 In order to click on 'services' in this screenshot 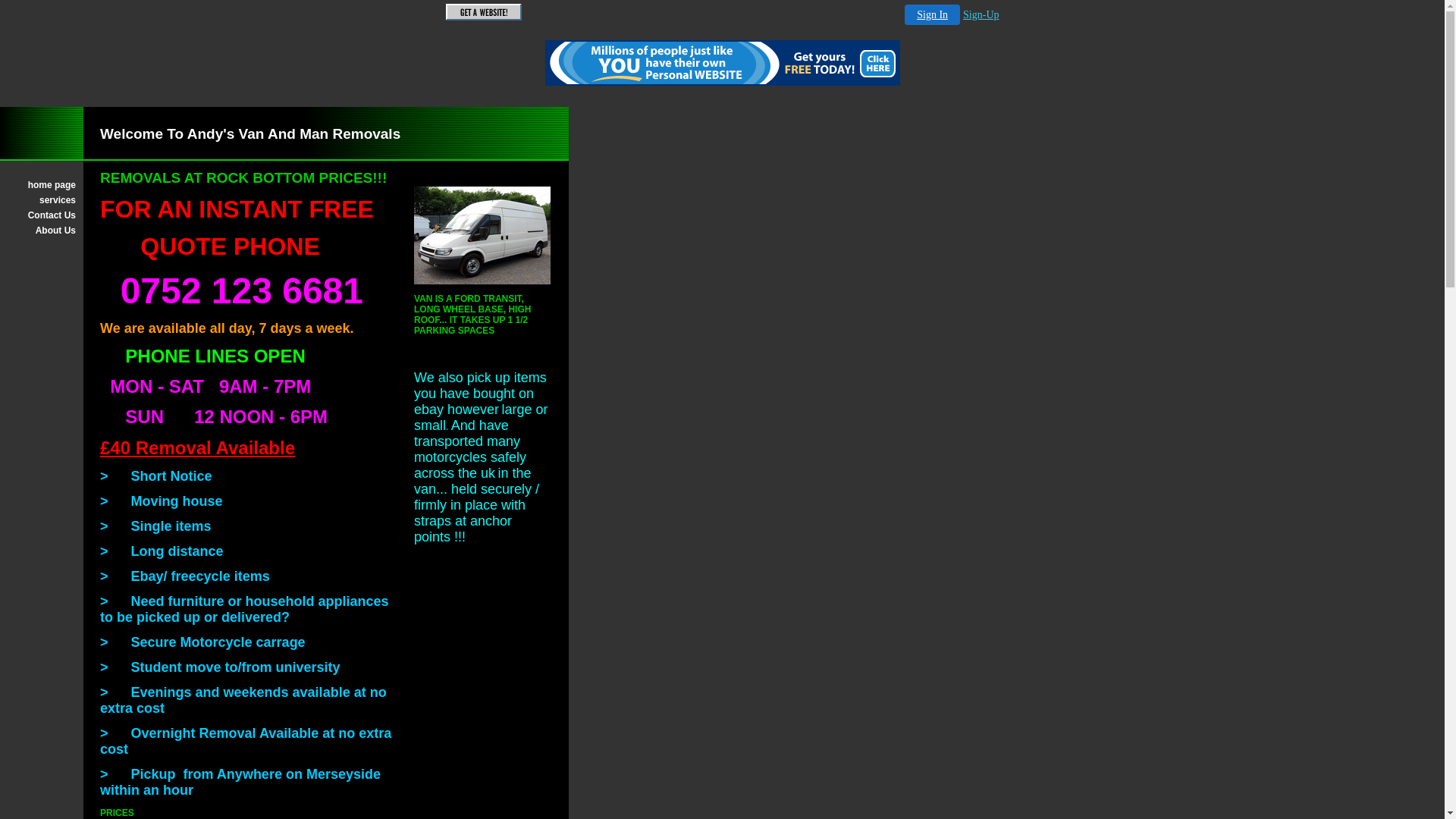, I will do `click(7, 199)`.